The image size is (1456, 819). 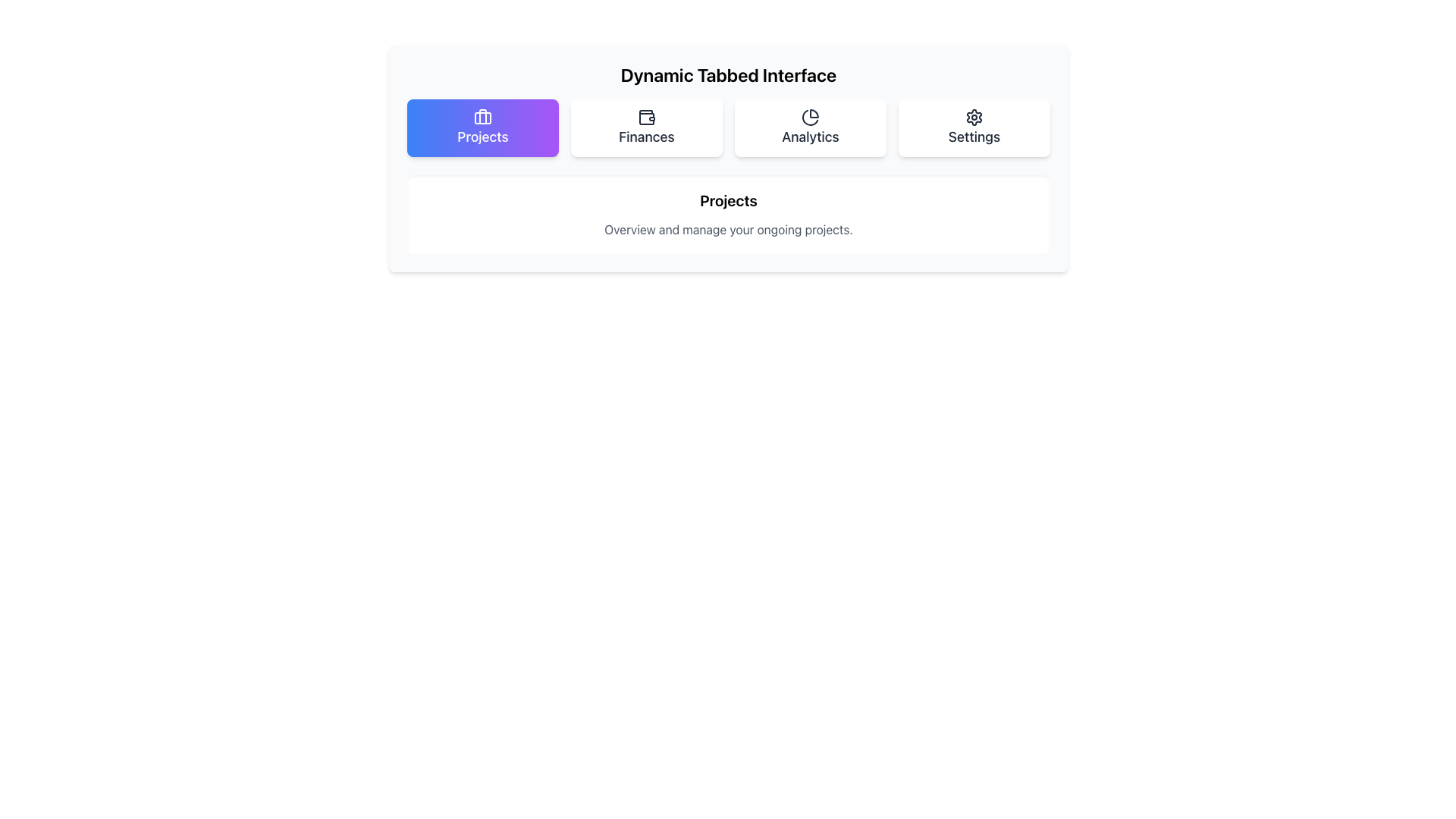 What do you see at coordinates (974, 127) in the screenshot?
I see `the 'Settings' button, which is the fourth button in a horizontal series of four buttons in the navigation bar` at bounding box center [974, 127].